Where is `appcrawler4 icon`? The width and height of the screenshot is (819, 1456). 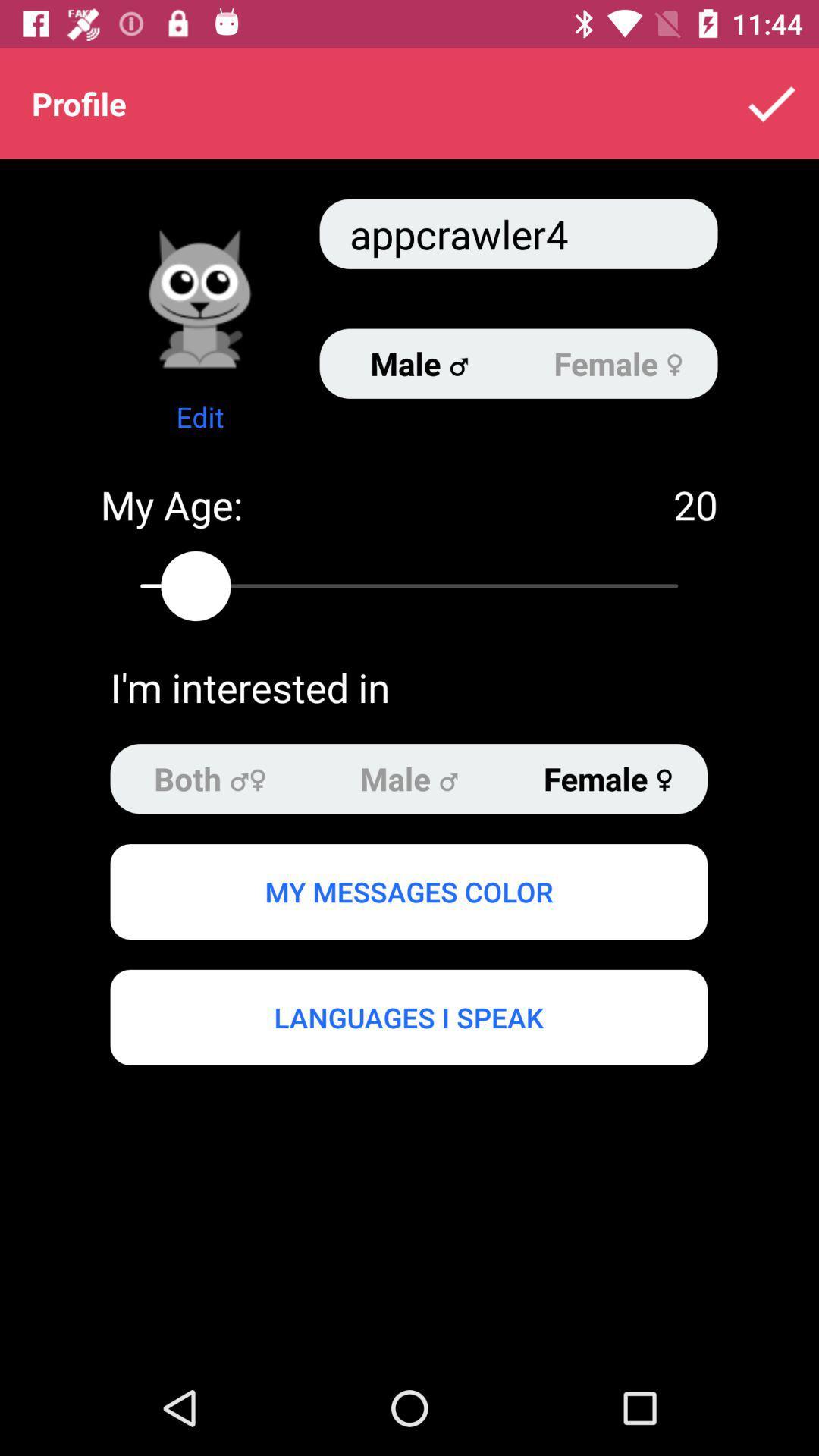 appcrawler4 icon is located at coordinates (517, 233).